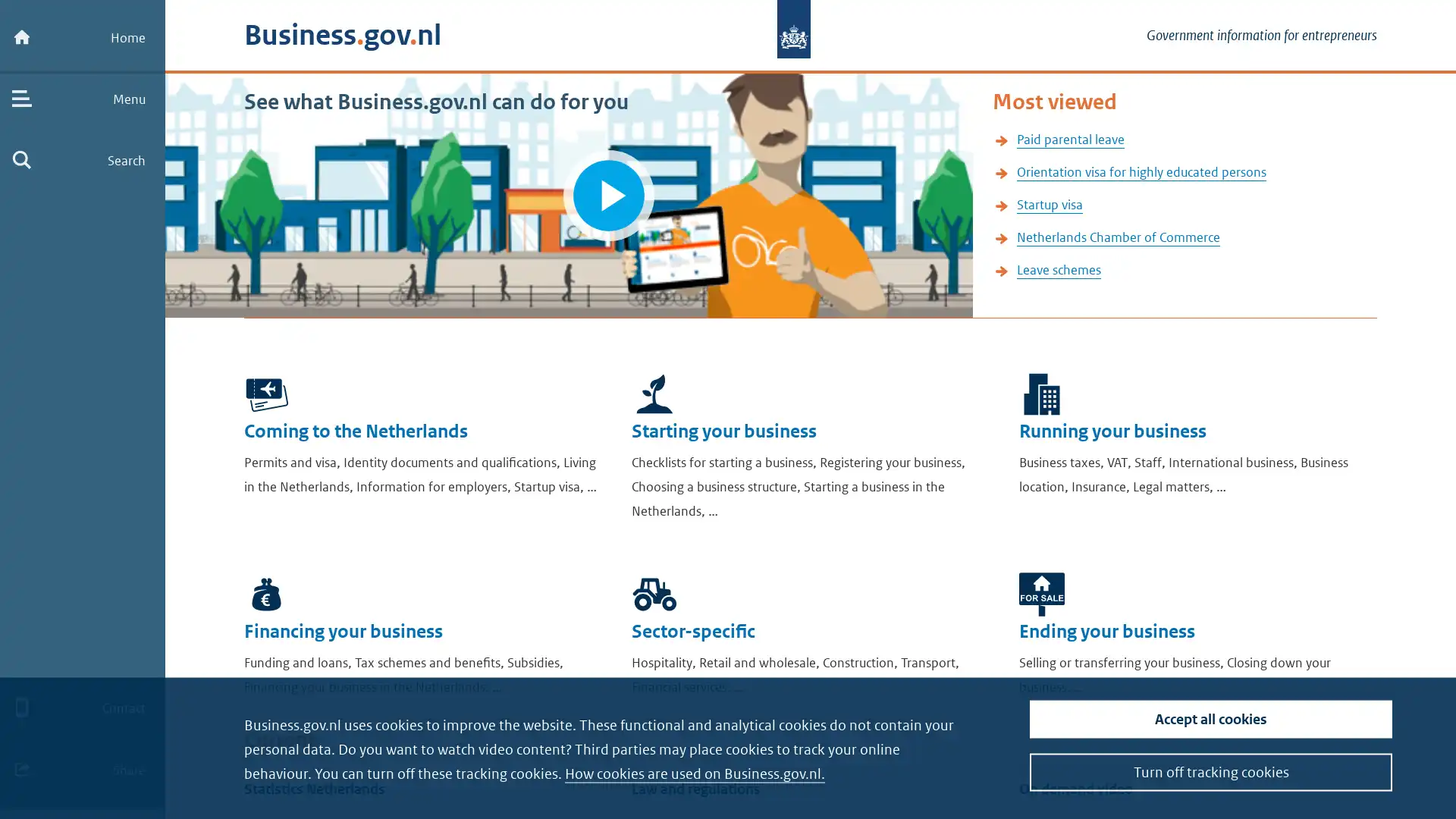  I want to click on Turn off tracking cookies, so click(1210, 769).